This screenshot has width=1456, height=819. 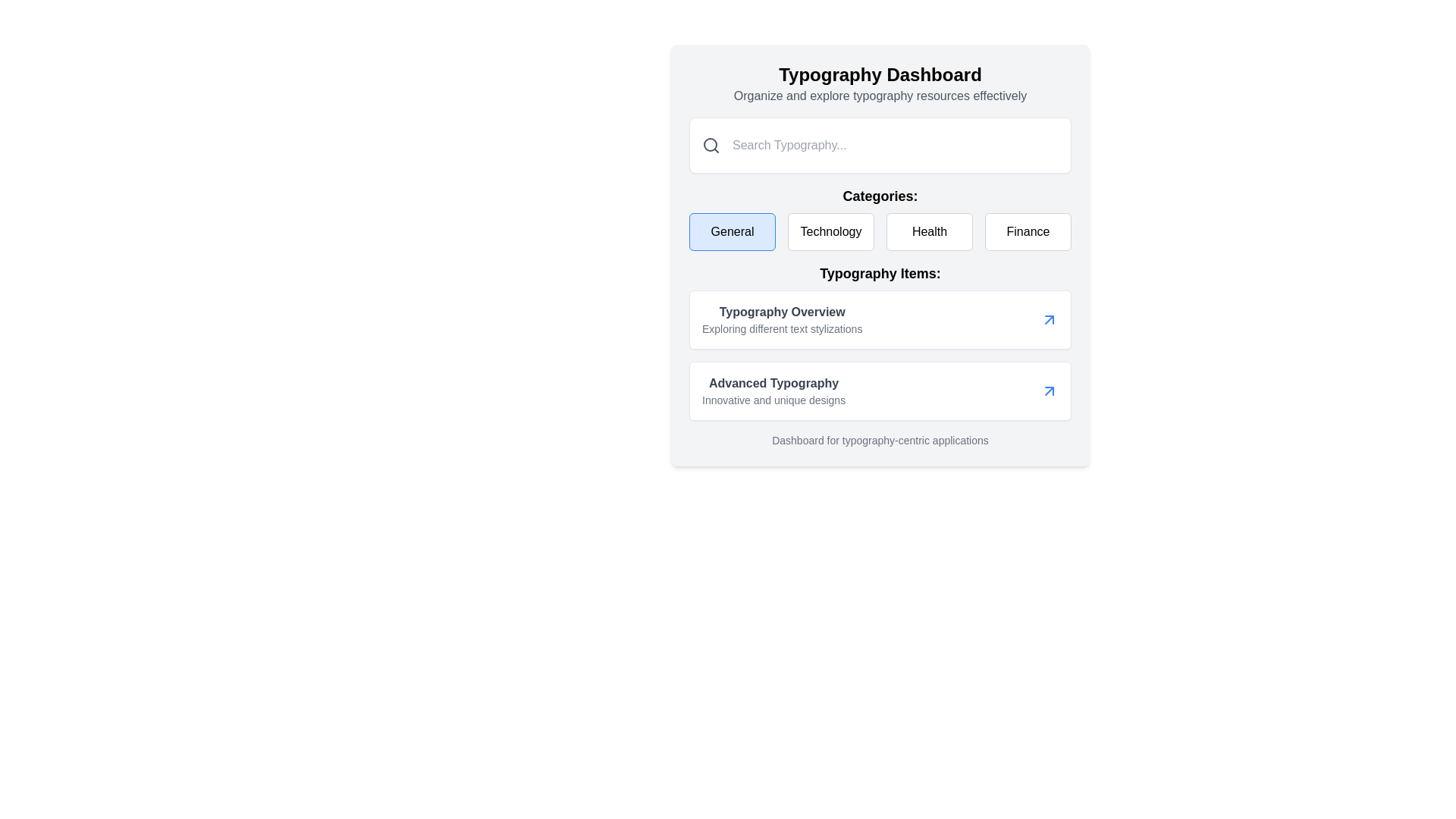 I want to click on the 'Advanced Typography' text label in the 'Typography Items' section, so click(x=773, y=382).